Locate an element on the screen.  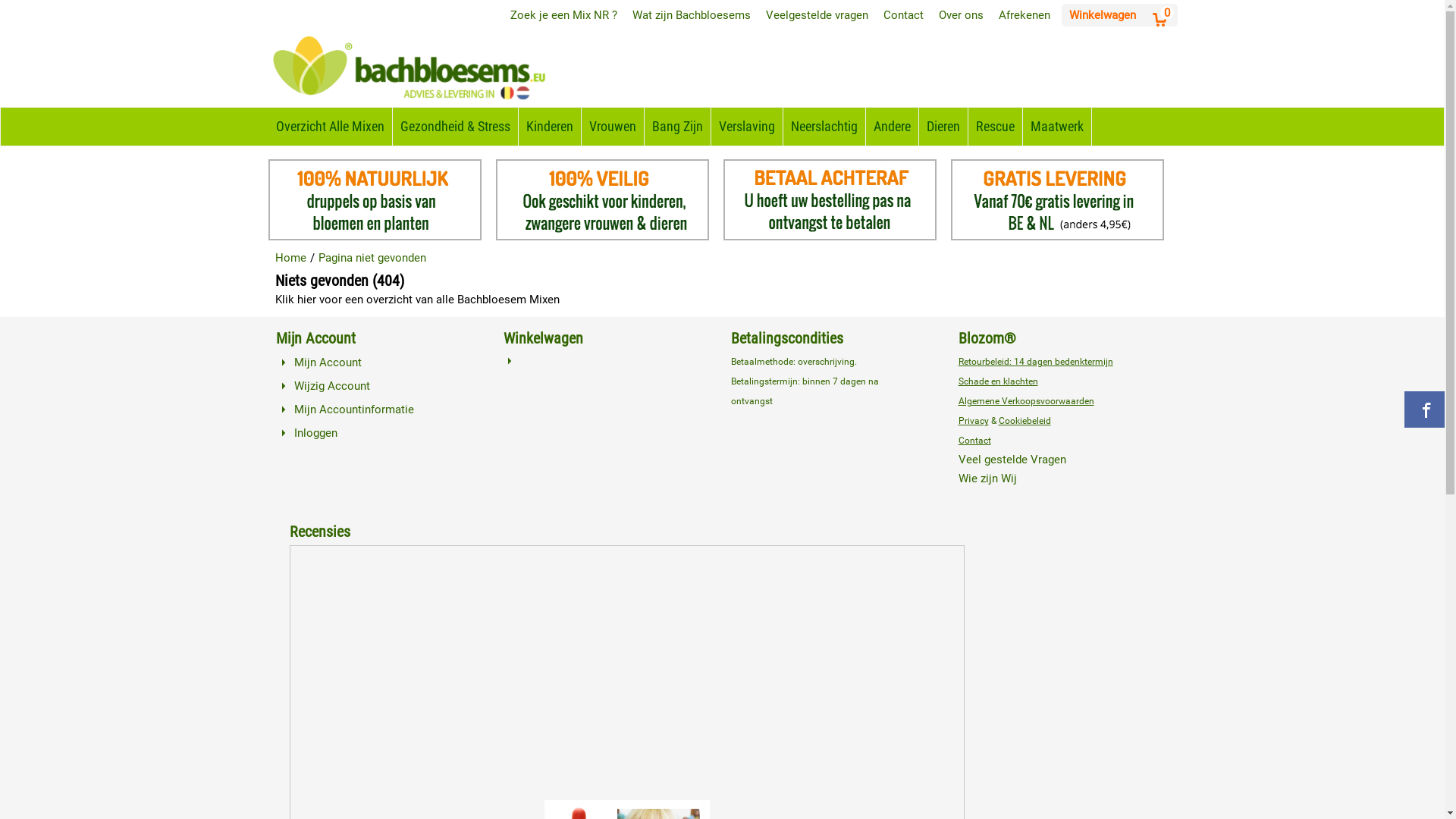
'Verslaving' is located at coordinates (746, 125).